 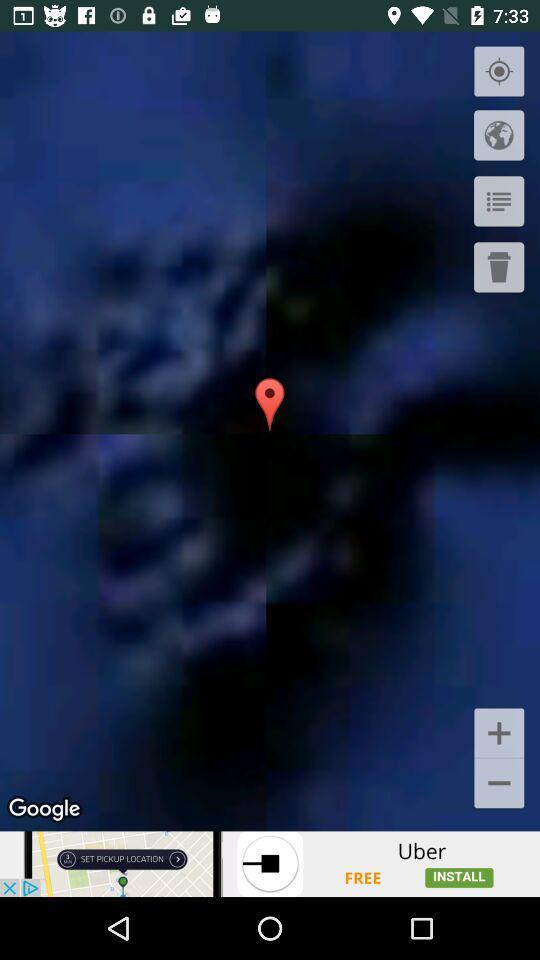 What do you see at coordinates (498, 201) in the screenshot?
I see `the list icon` at bounding box center [498, 201].